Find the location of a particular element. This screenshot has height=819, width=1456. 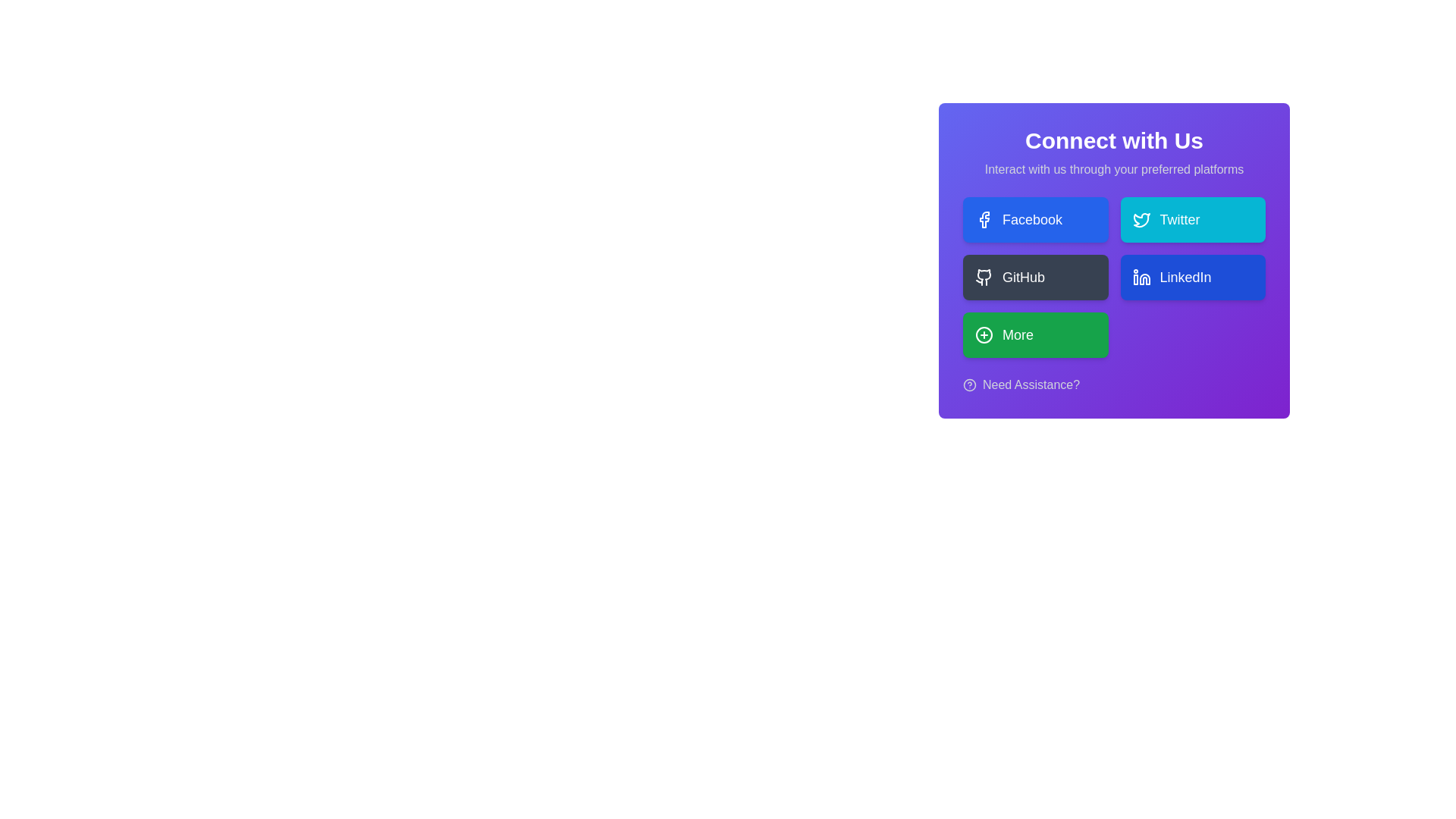

the circular icon with a question mark inside, located to the left of the text 'Need Assistance?' is located at coordinates (968, 384).